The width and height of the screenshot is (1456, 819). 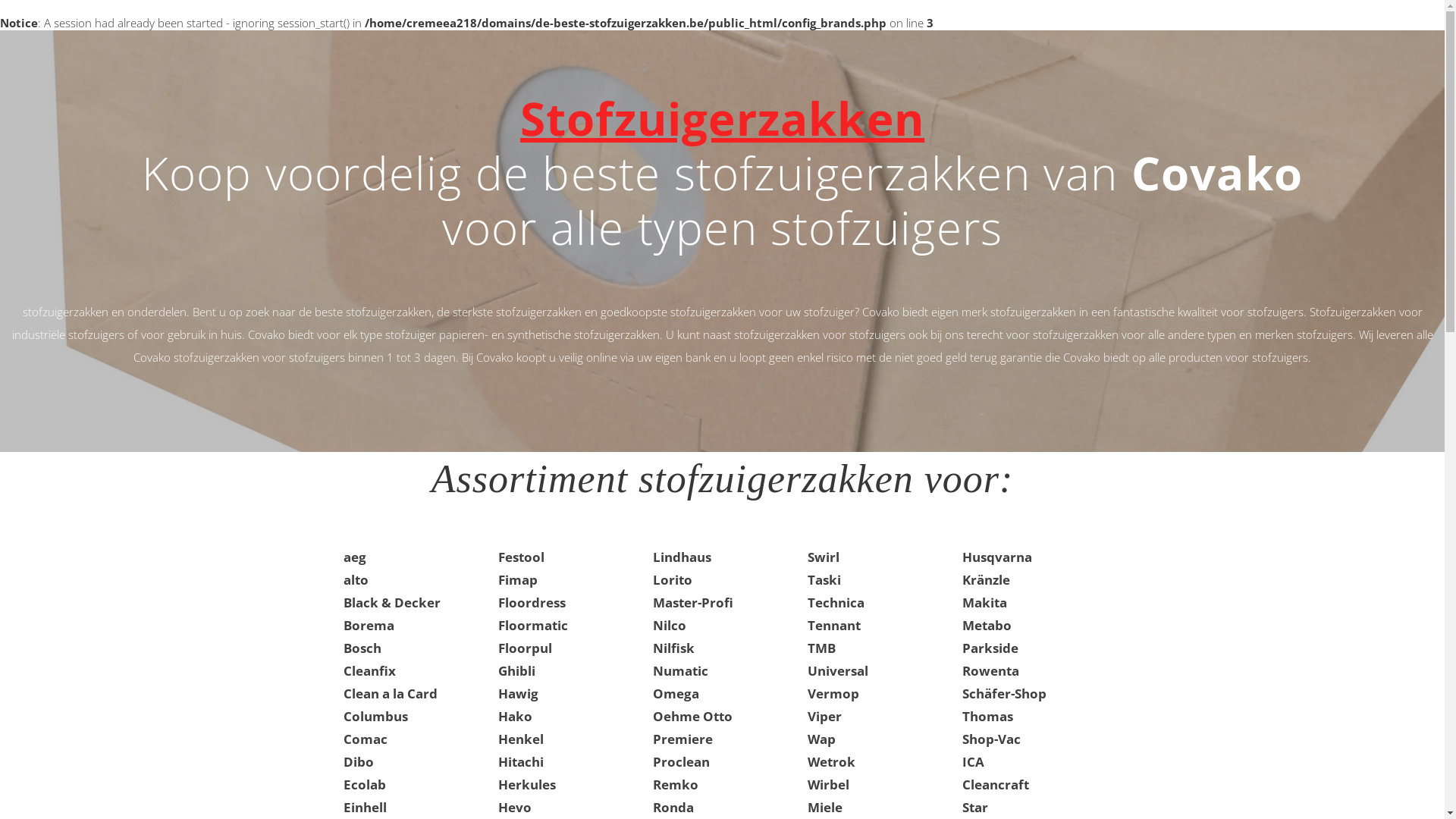 I want to click on 'Bosch', so click(x=360, y=648).